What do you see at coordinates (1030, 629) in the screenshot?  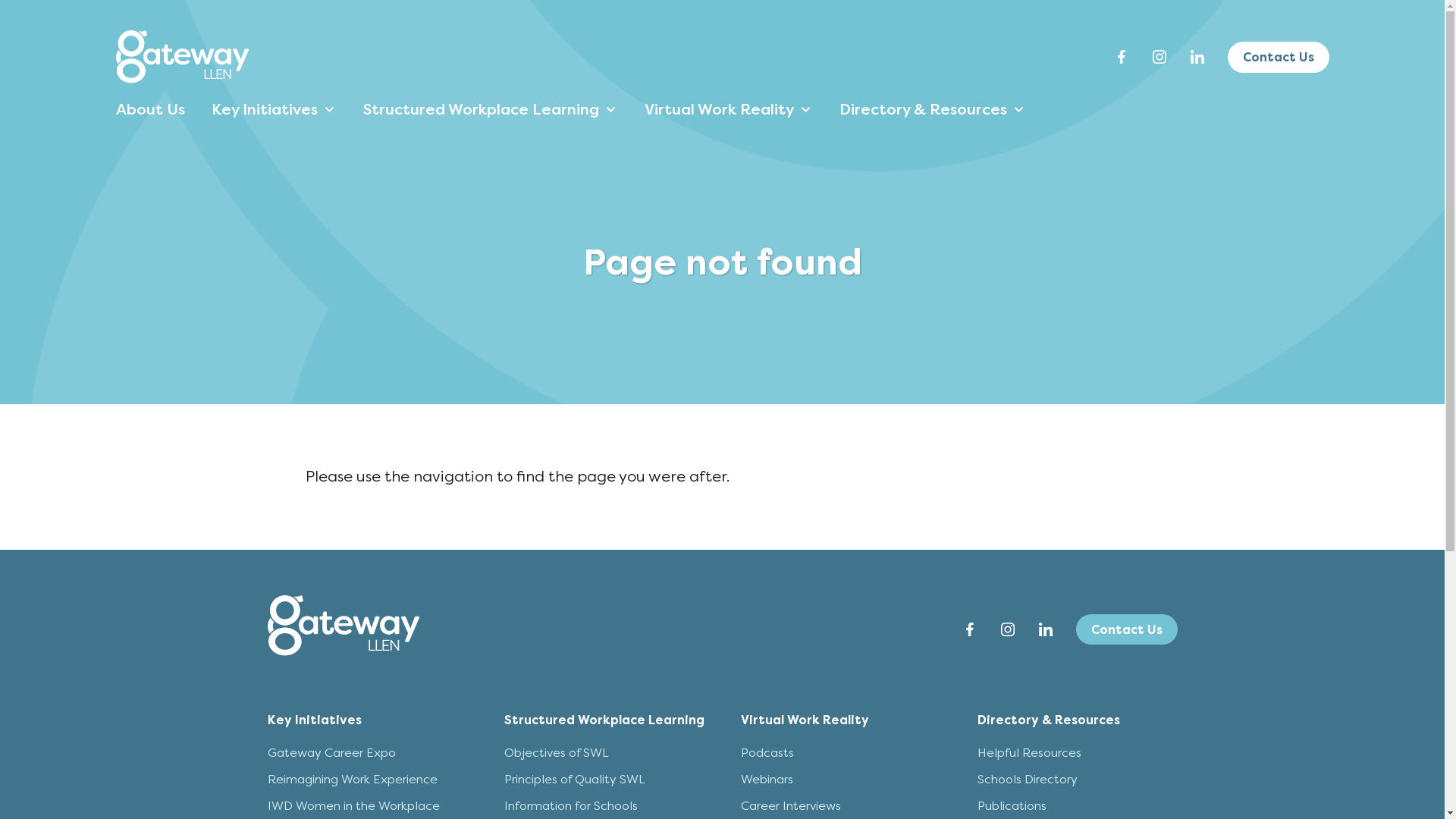 I see `'Gateway LLEN on LinkedIn'` at bounding box center [1030, 629].